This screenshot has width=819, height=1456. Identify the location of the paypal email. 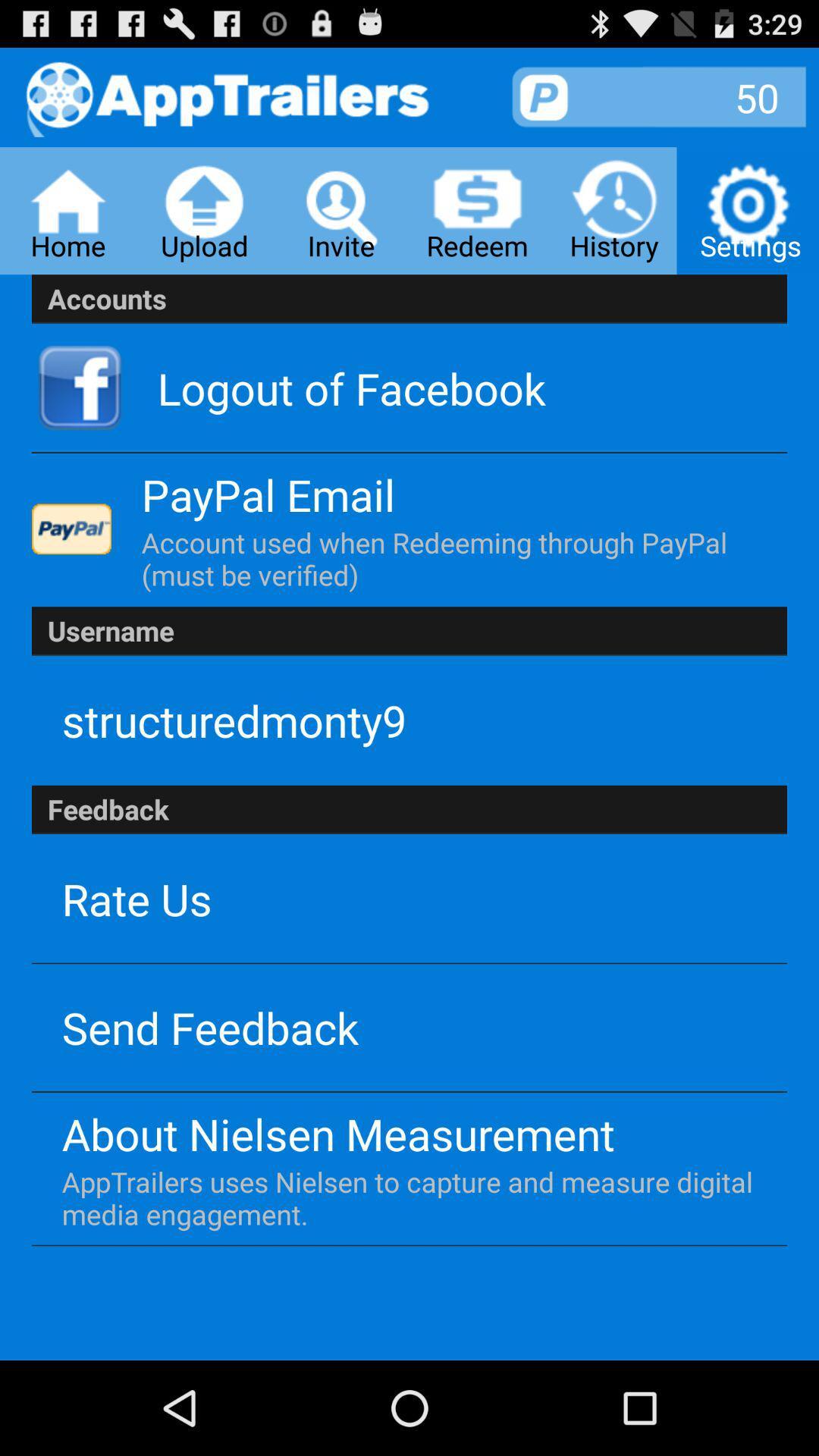
(268, 494).